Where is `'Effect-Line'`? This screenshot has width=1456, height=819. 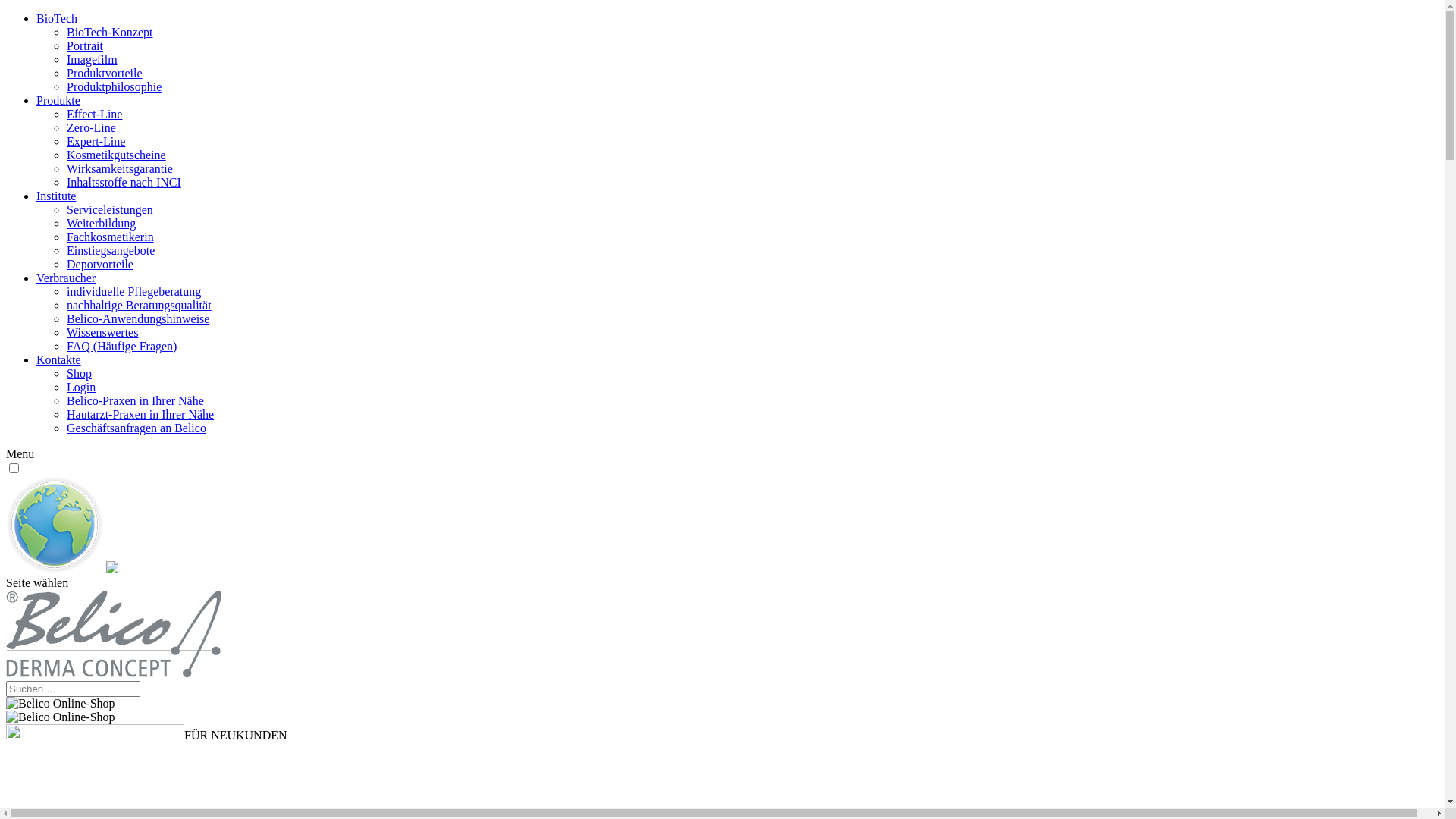 'Effect-Line' is located at coordinates (93, 113).